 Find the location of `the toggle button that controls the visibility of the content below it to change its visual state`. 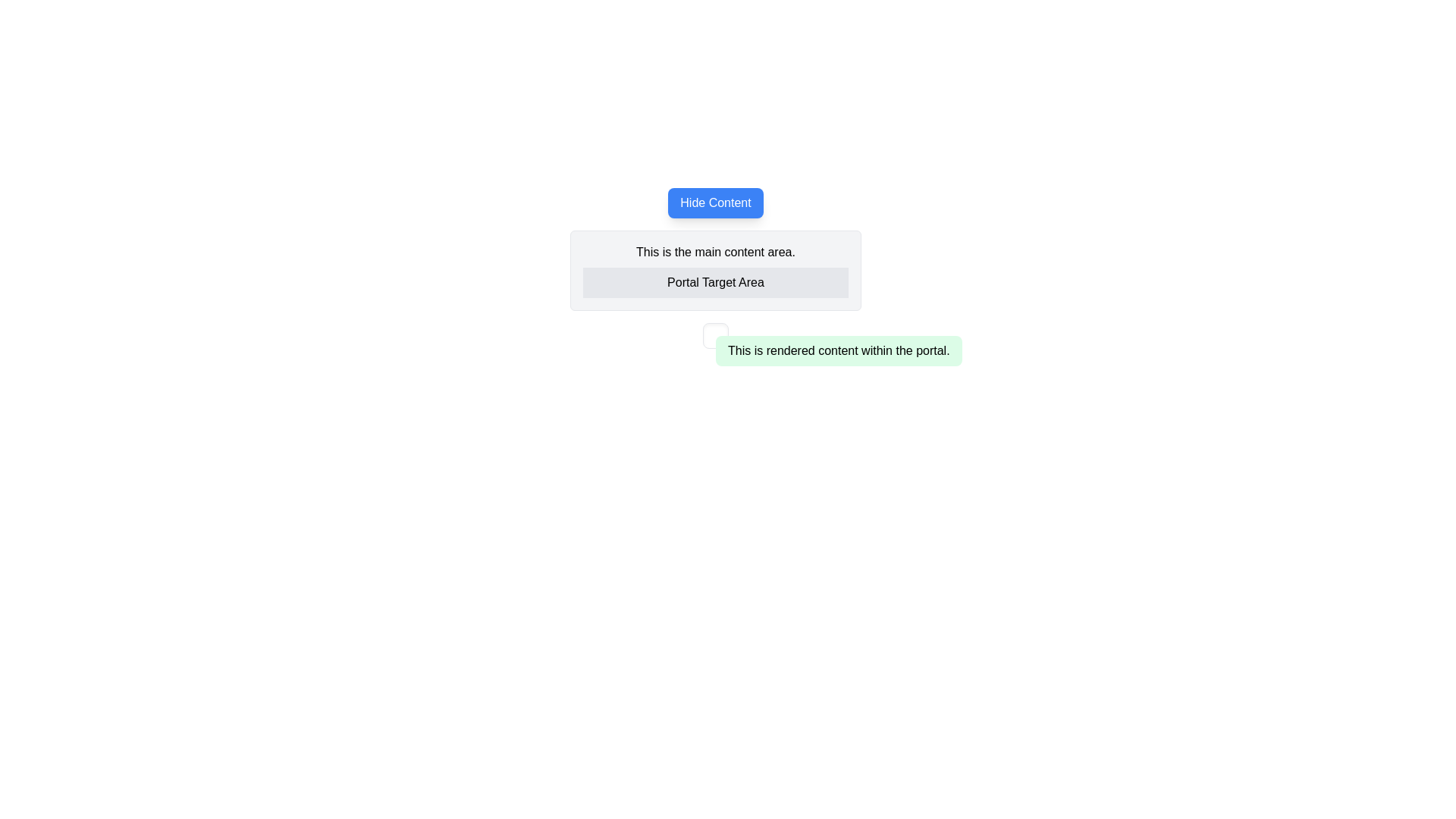

the toggle button that controls the visibility of the content below it to change its visual state is located at coordinates (715, 202).